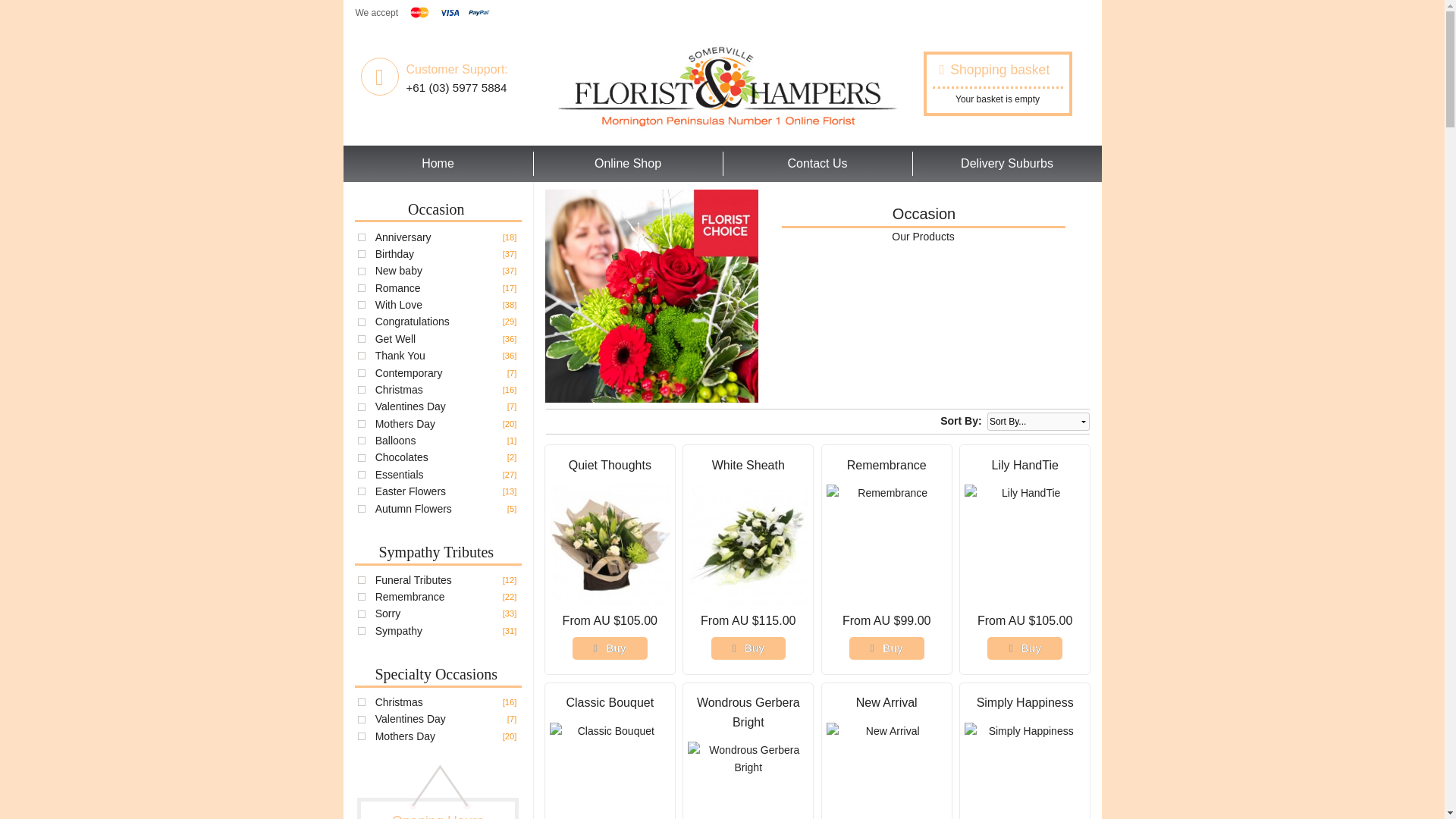 The width and height of the screenshot is (1456, 819). What do you see at coordinates (375, 701) in the screenshot?
I see `'Christmas` at bounding box center [375, 701].